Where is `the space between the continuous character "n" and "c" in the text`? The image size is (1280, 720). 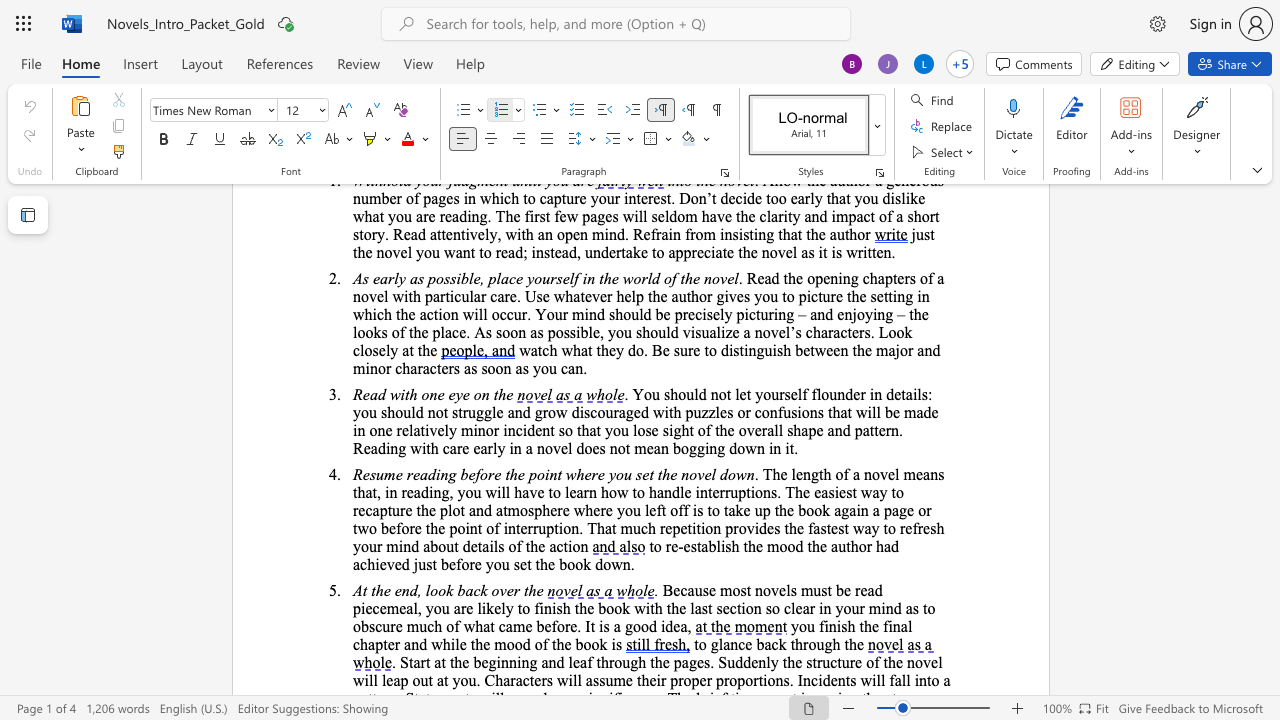 the space between the continuous character "n" and "c" in the text is located at coordinates (515, 429).